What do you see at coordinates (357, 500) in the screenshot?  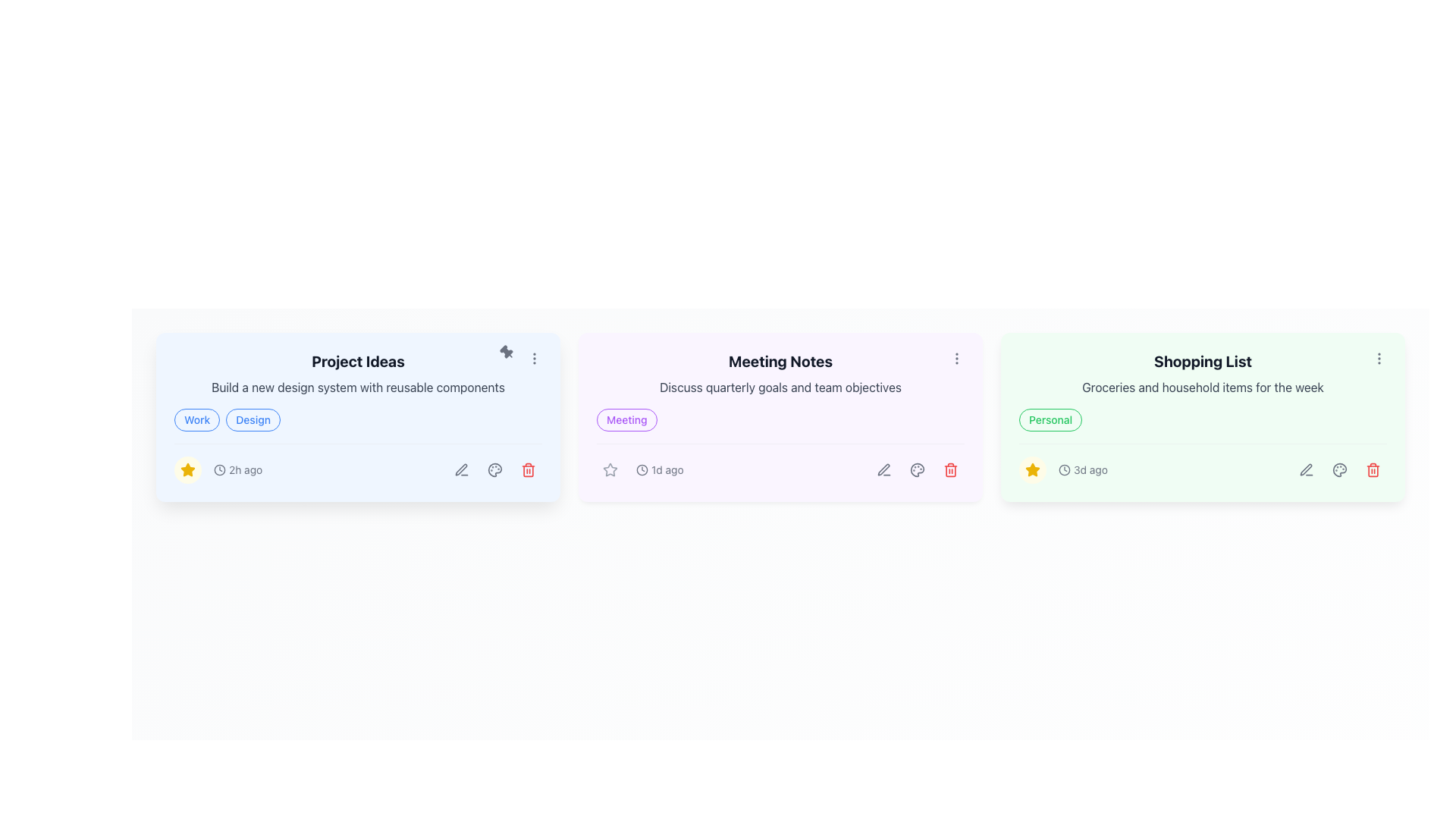 I see `the progress bar located at the bottom edge of the 'Project Ideas' card, which serves as a progress indicator` at bounding box center [357, 500].